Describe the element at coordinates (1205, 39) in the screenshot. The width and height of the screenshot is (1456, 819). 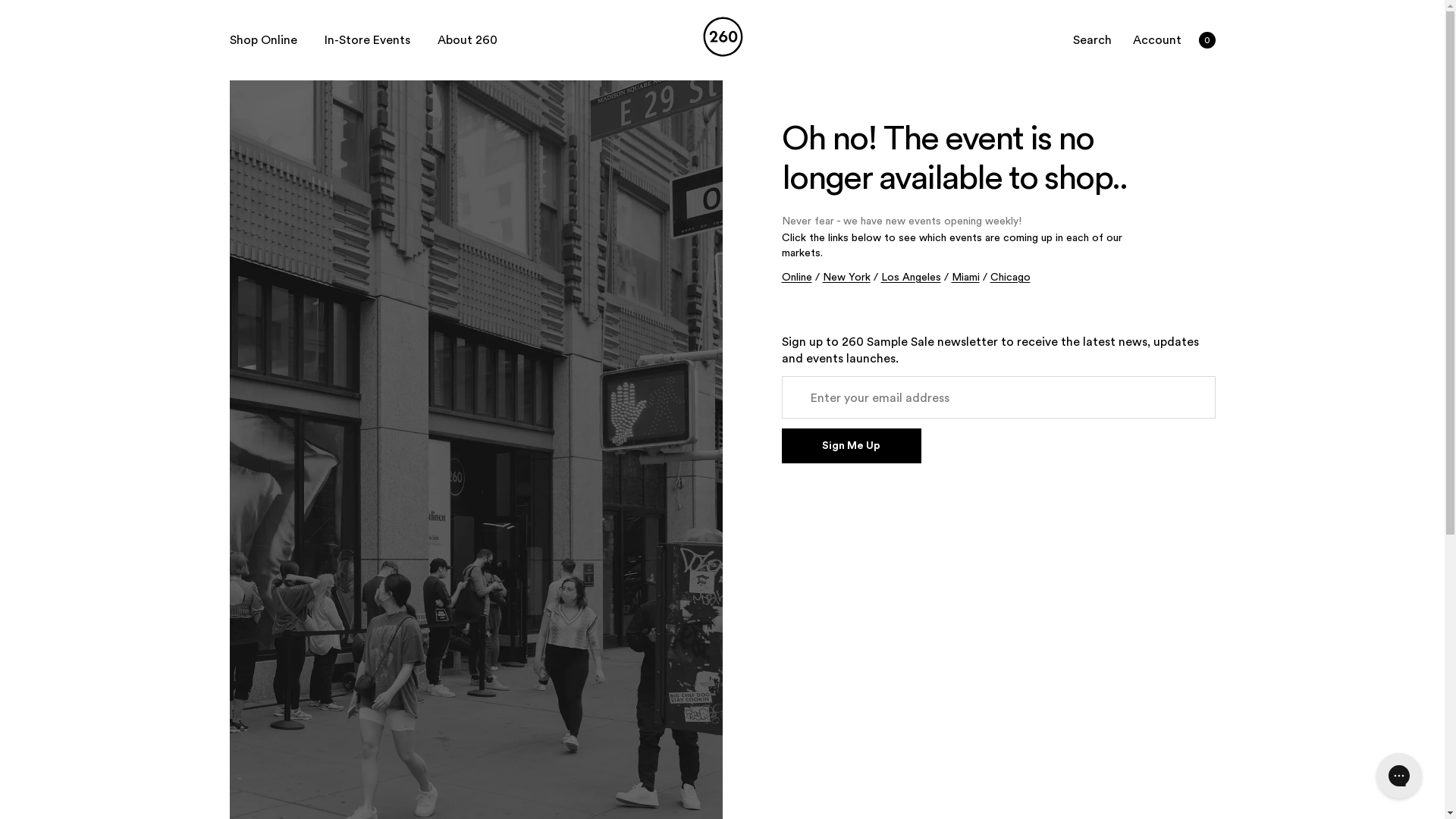
I see `'Shopping cart` at that location.